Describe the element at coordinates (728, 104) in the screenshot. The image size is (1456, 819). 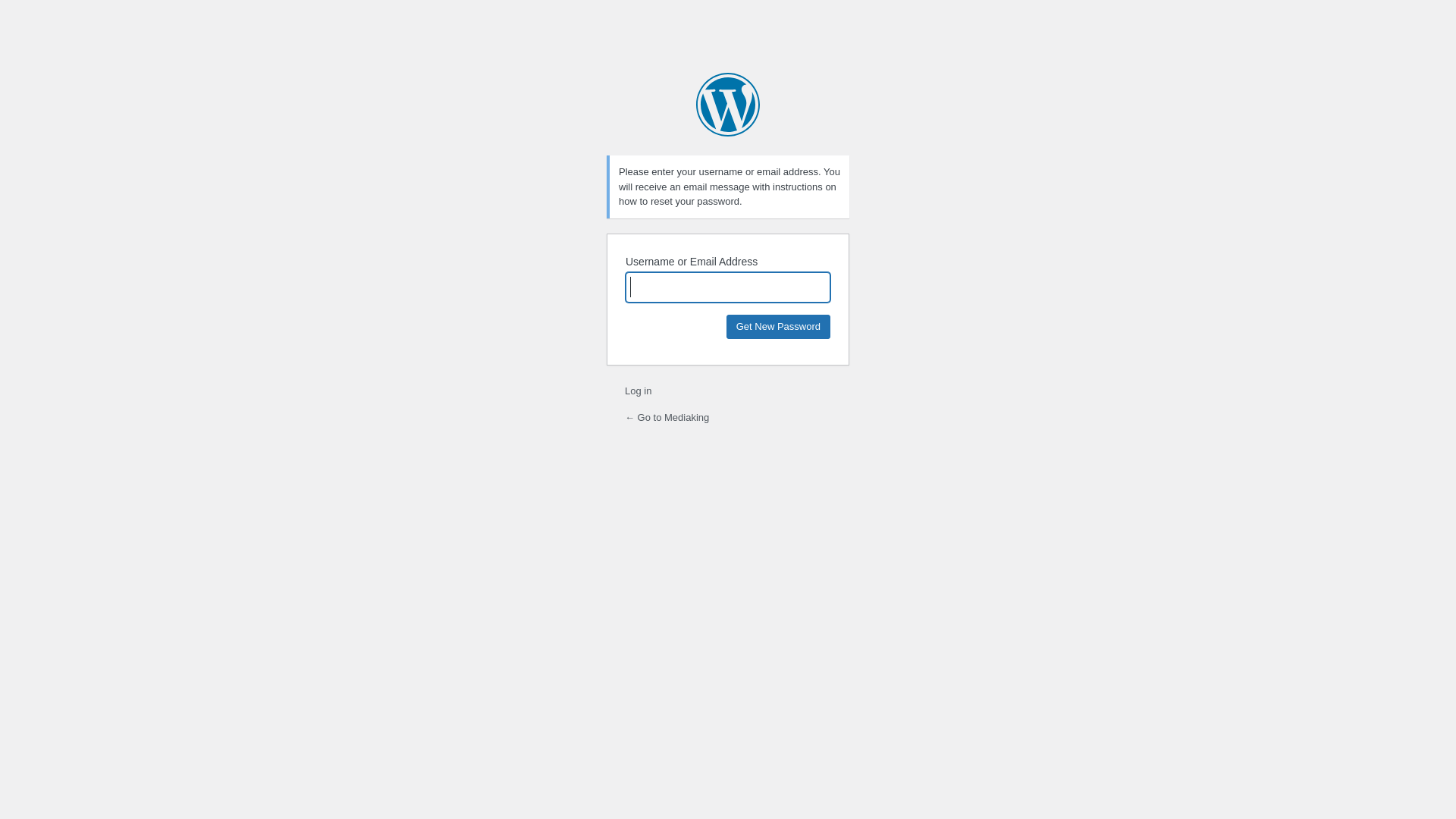
I see `'Powered by WordPress'` at that location.